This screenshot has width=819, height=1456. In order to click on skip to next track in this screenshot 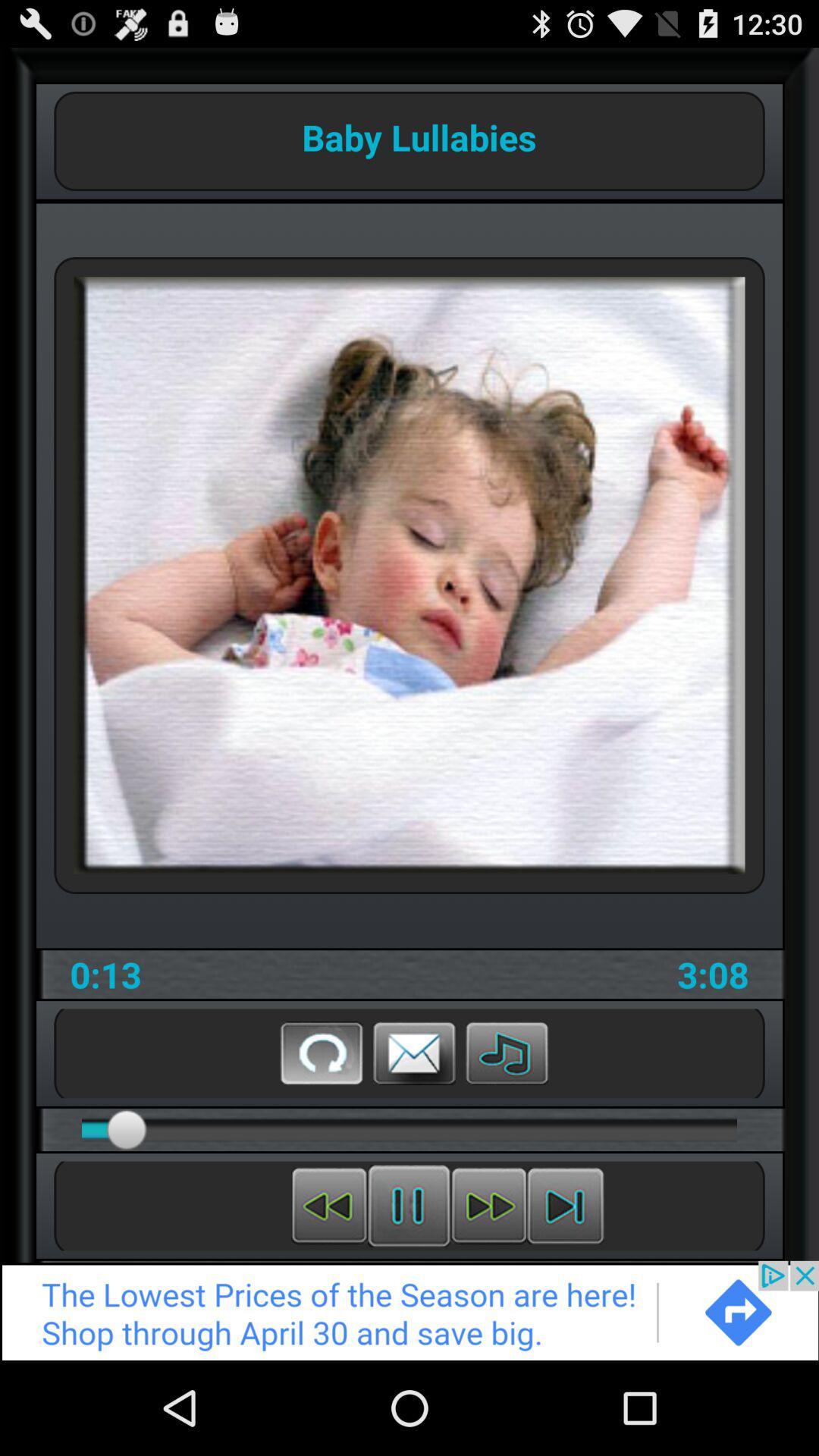, I will do `click(565, 1205)`.